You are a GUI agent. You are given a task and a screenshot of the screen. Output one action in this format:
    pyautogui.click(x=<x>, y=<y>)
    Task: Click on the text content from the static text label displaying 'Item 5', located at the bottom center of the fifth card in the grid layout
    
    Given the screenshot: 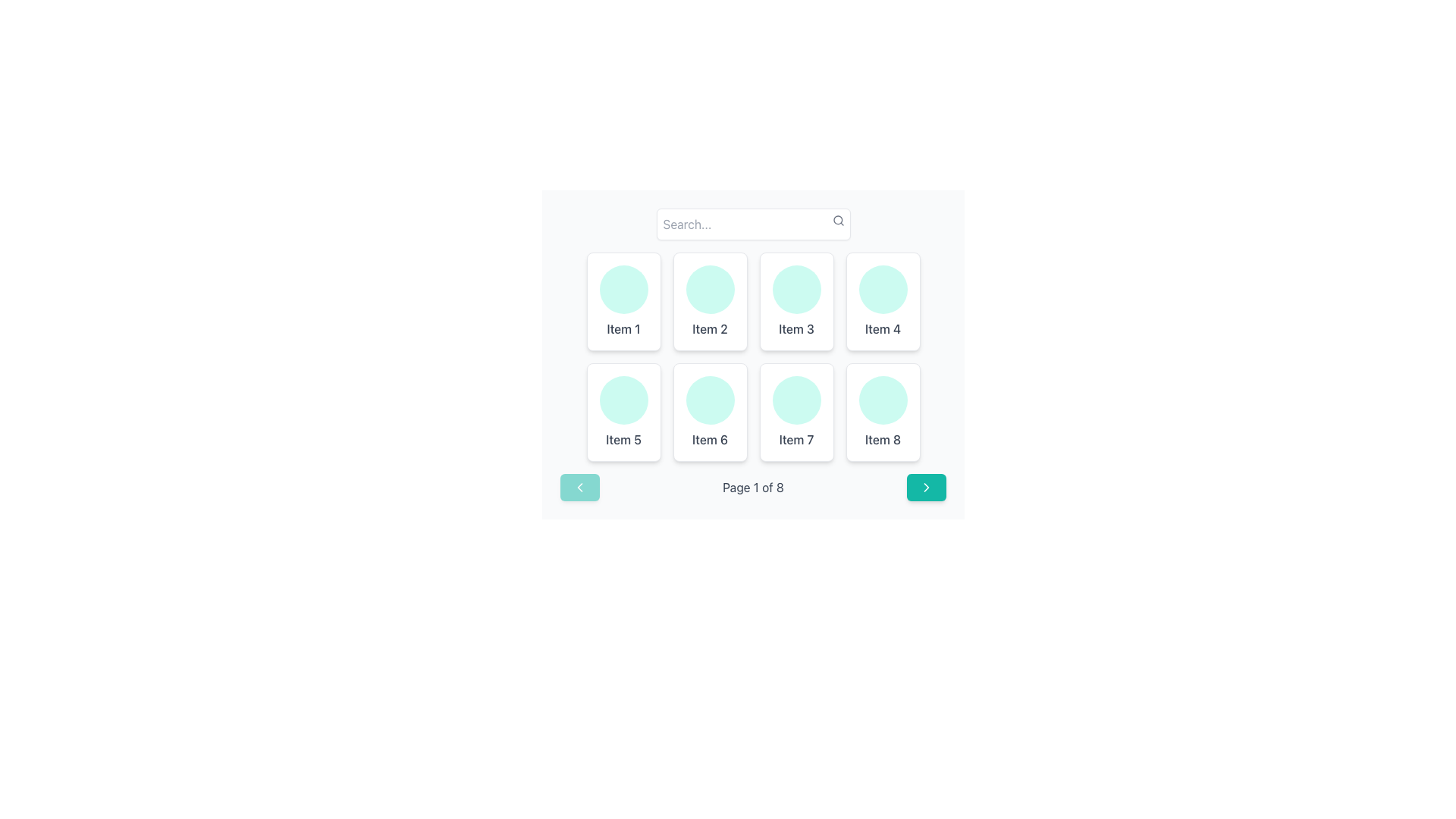 What is the action you would take?
    pyautogui.click(x=623, y=439)
    